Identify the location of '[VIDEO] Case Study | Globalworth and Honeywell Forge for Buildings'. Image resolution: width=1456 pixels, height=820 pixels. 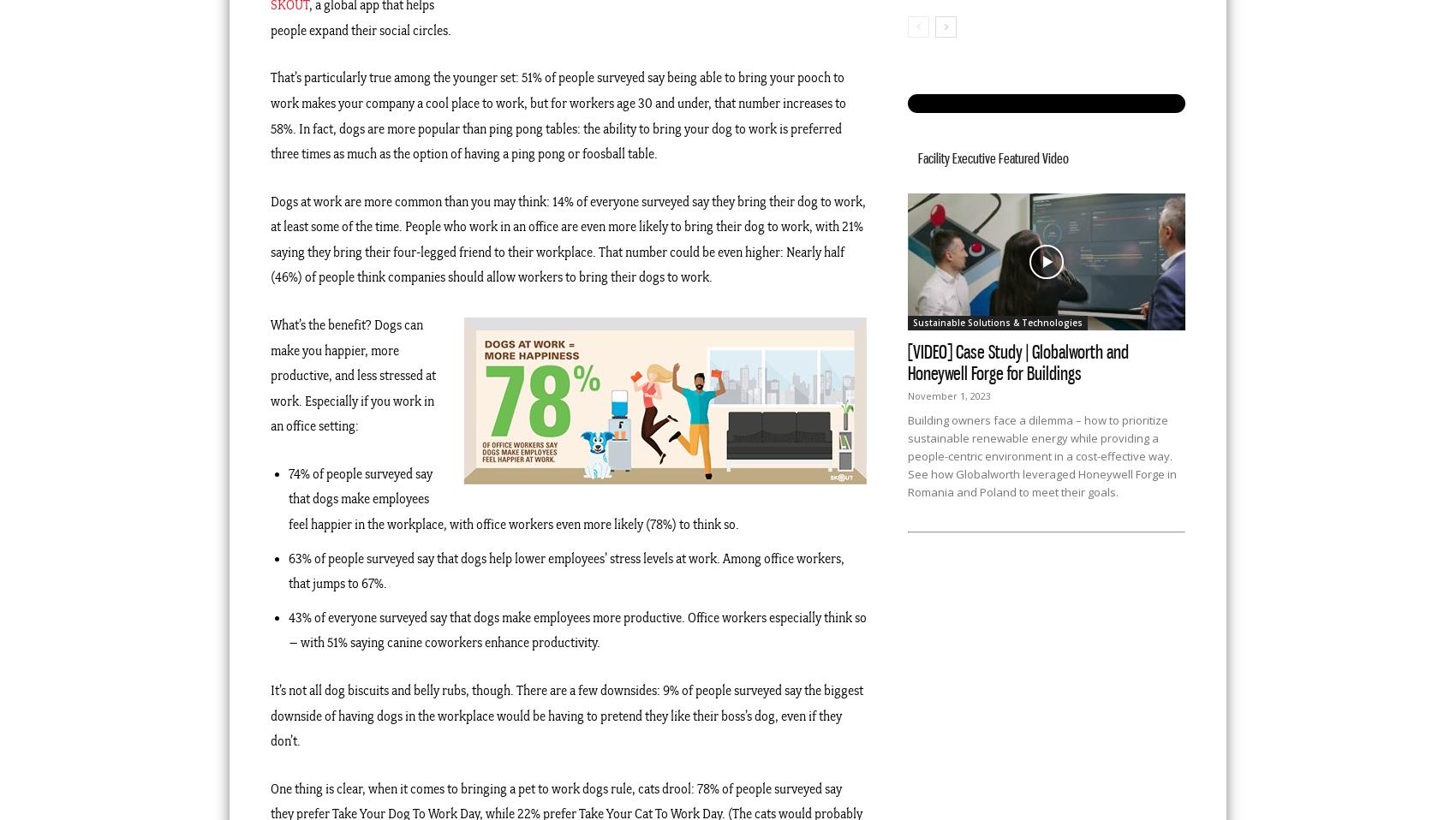
(1017, 363).